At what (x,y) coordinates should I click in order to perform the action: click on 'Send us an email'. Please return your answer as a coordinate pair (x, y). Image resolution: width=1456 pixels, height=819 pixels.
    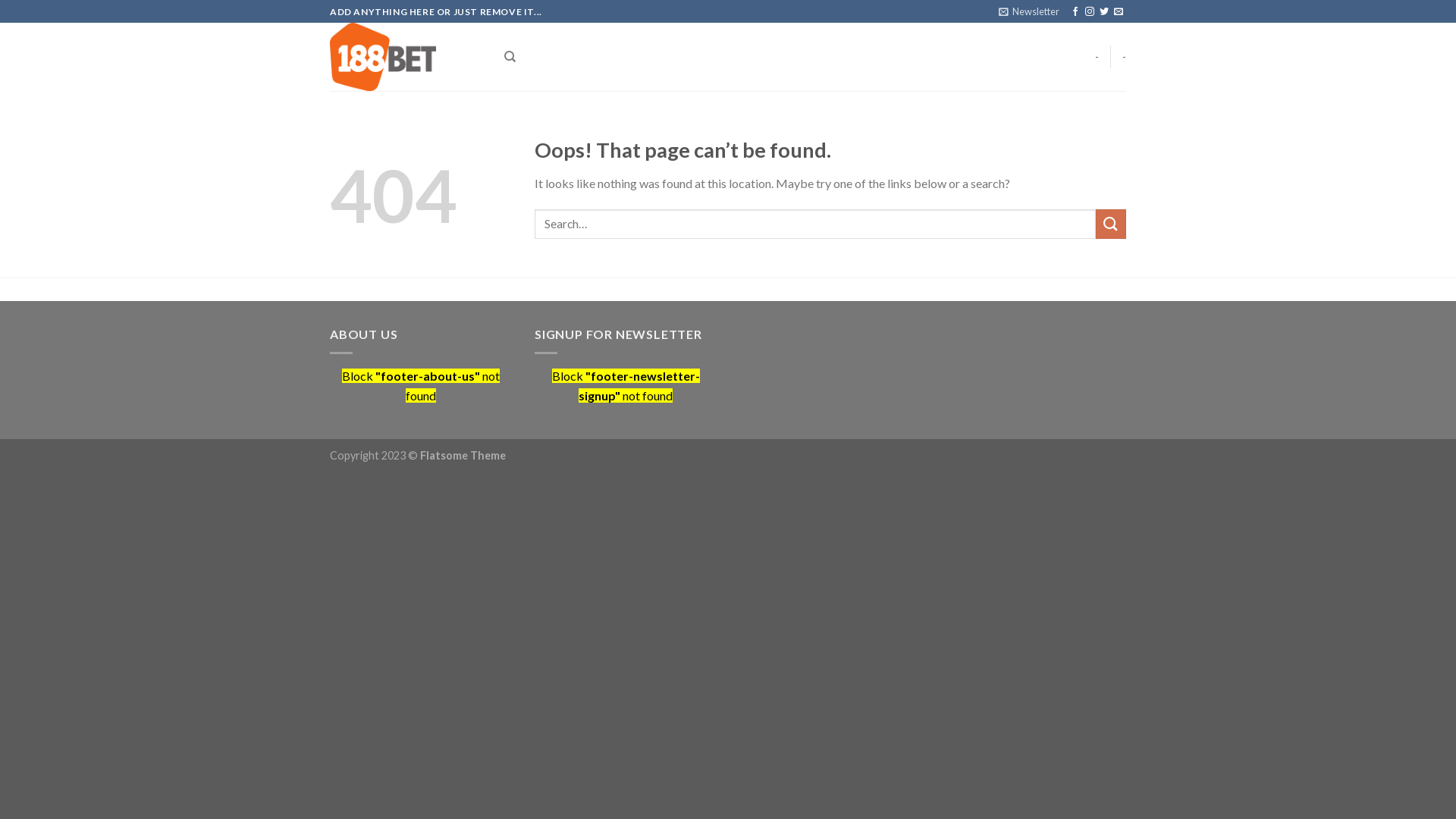
    Looking at the image, I should click on (1113, 11).